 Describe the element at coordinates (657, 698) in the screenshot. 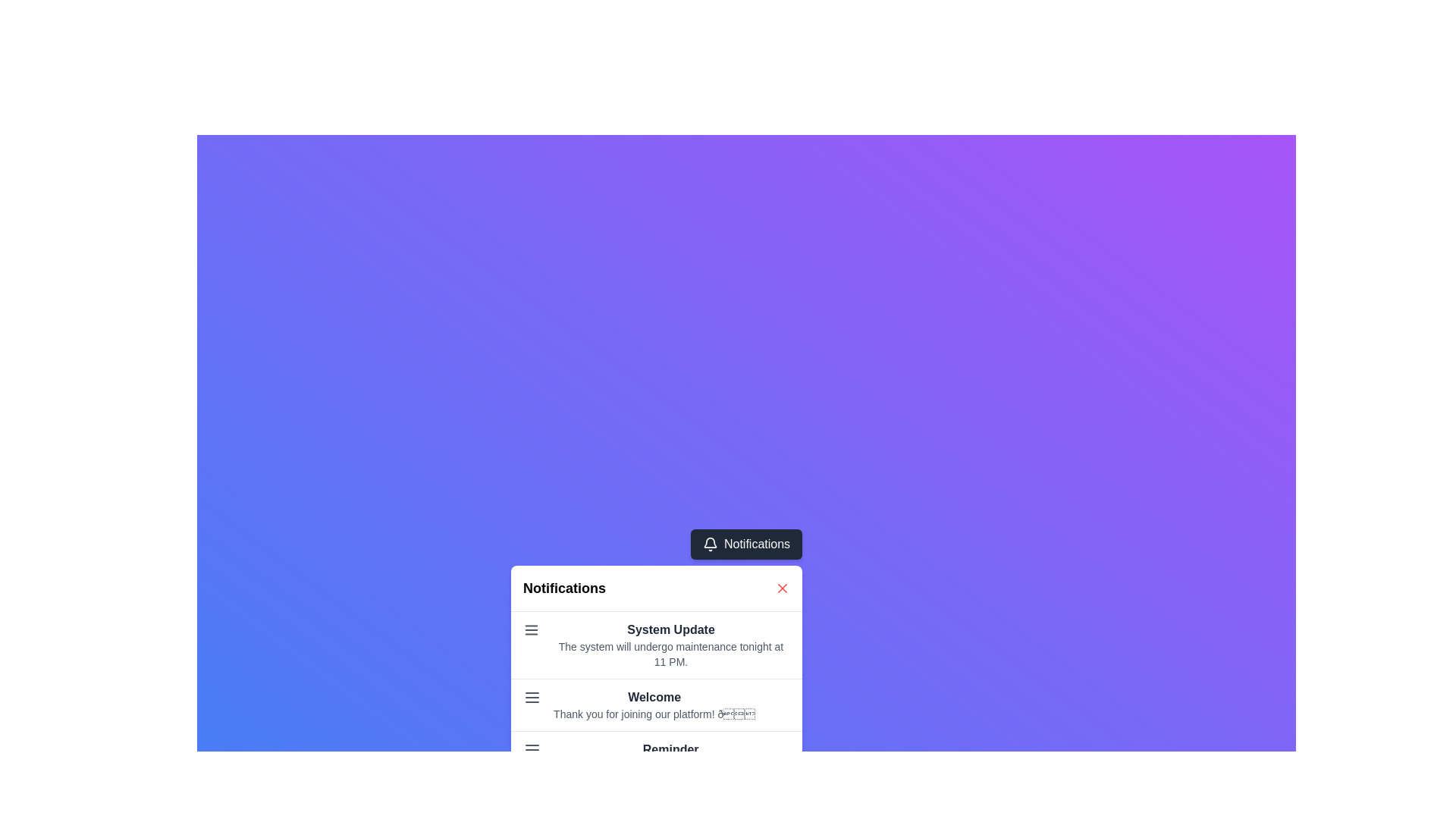

I see `the second notification item in the notification panel that welcomes the user to the platform, positioned between 'System Update' and 'Reminder'` at that location.